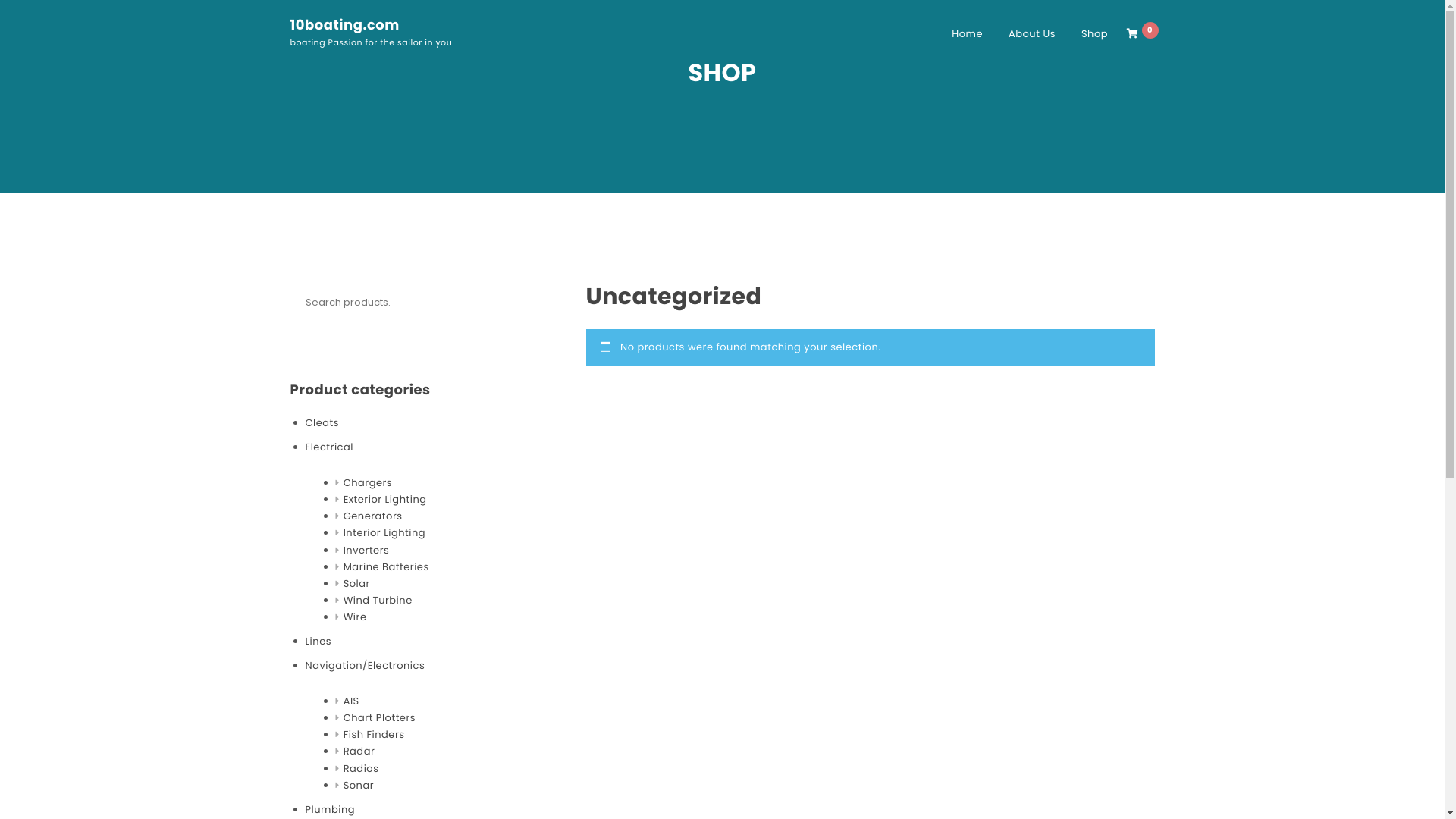  Describe the element at coordinates (342, 567) in the screenshot. I see `'Marine Batteries'` at that location.